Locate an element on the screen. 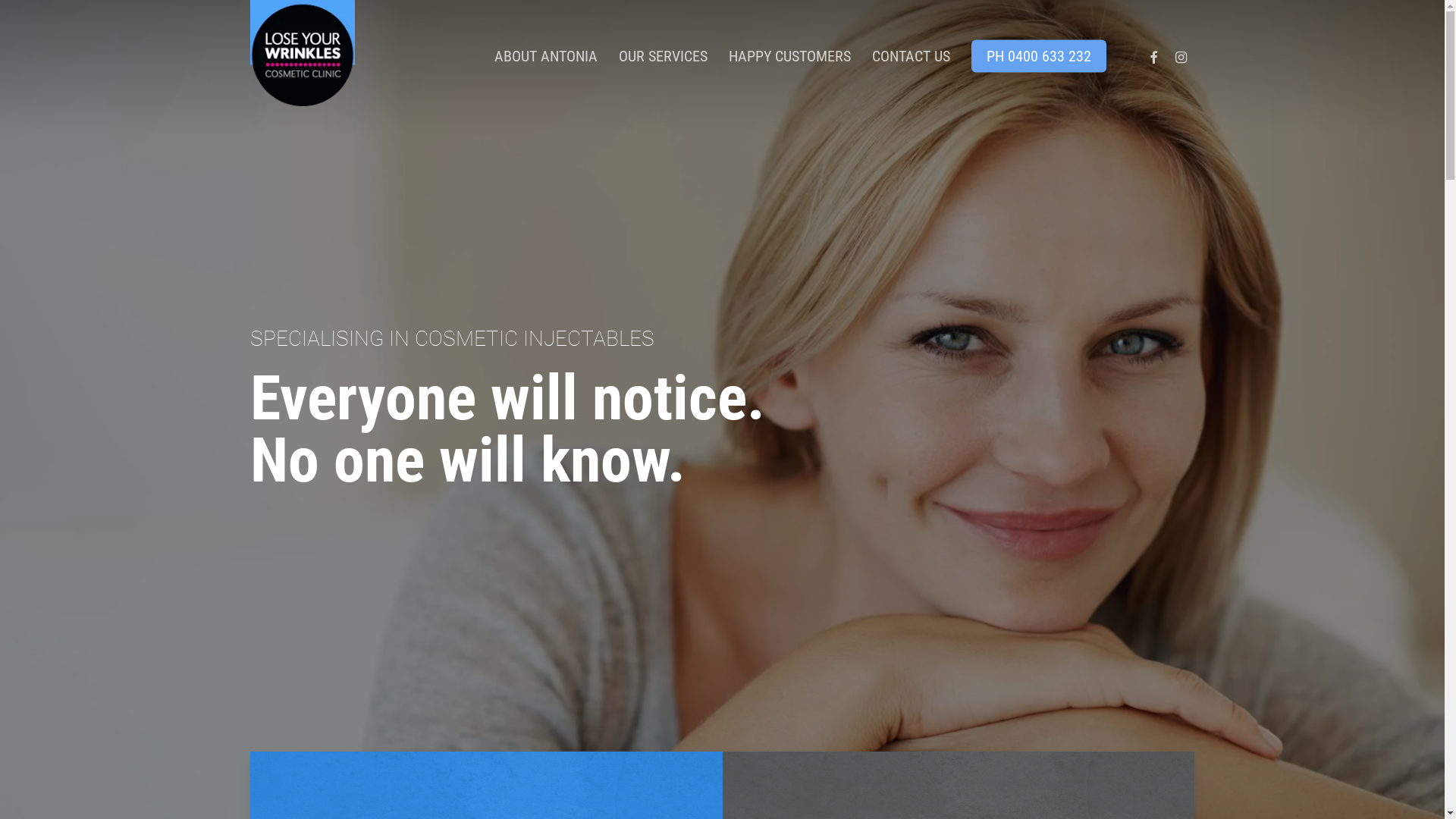 This screenshot has width=1456, height=819. 'PH 0400 633 232' is located at coordinates (971, 55).